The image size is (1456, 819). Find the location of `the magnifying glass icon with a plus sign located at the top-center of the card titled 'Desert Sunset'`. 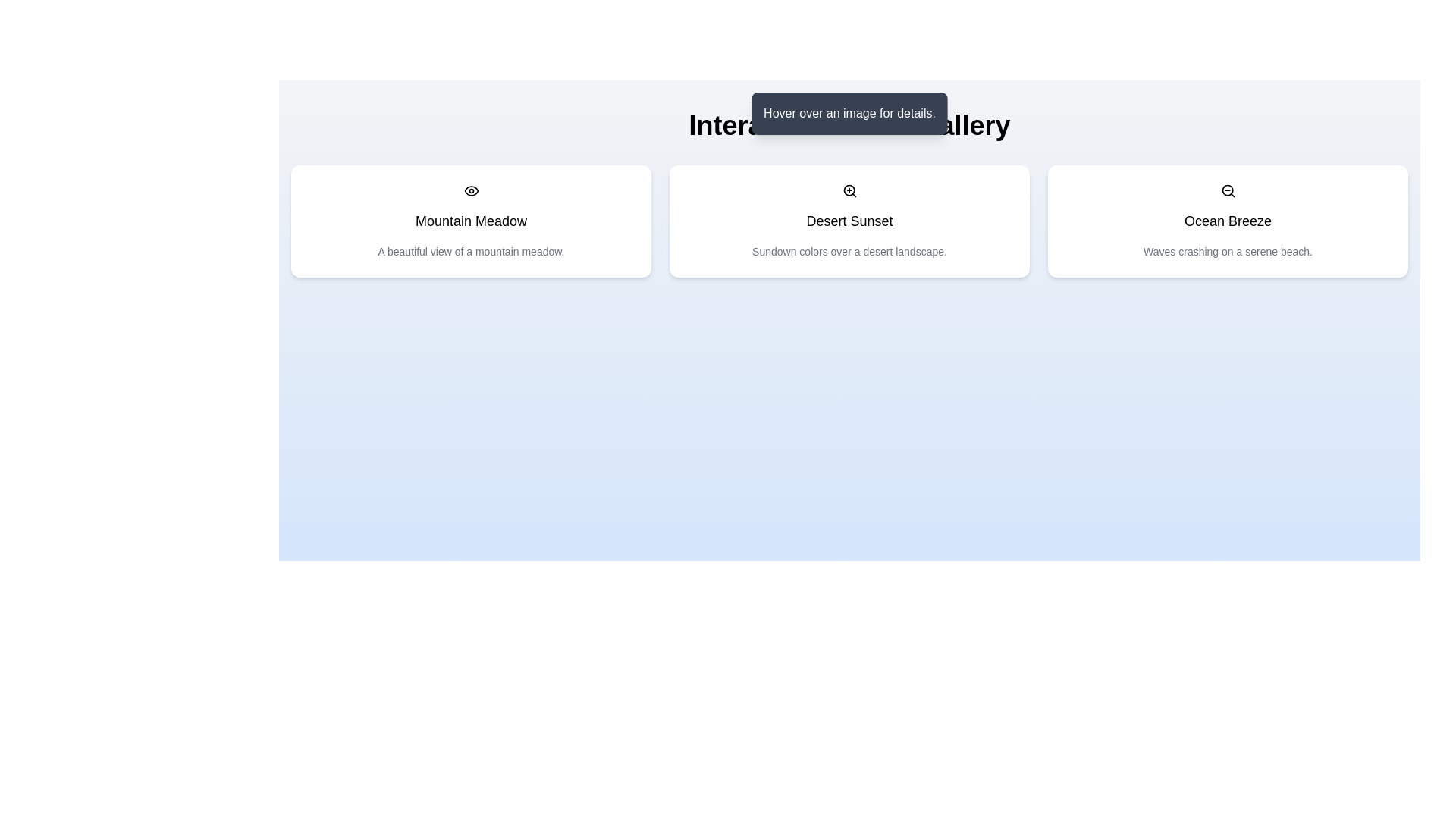

the magnifying glass icon with a plus sign located at the top-center of the card titled 'Desert Sunset' is located at coordinates (849, 190).